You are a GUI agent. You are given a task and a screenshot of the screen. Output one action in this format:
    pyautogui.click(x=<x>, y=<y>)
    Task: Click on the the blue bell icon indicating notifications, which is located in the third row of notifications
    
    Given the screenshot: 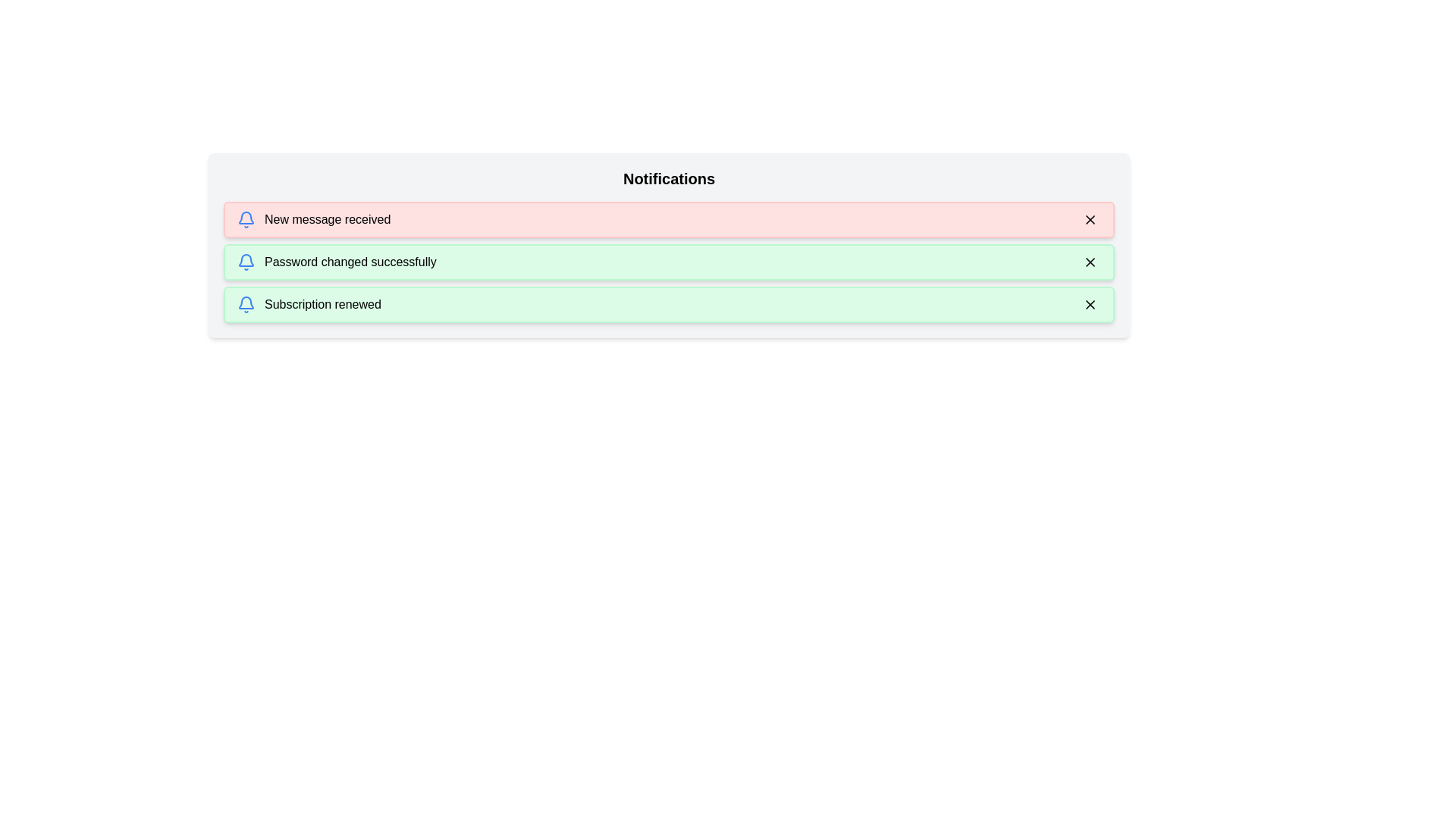 What is the action you would take?
    pyautogui.click(x=246, y=304)
    